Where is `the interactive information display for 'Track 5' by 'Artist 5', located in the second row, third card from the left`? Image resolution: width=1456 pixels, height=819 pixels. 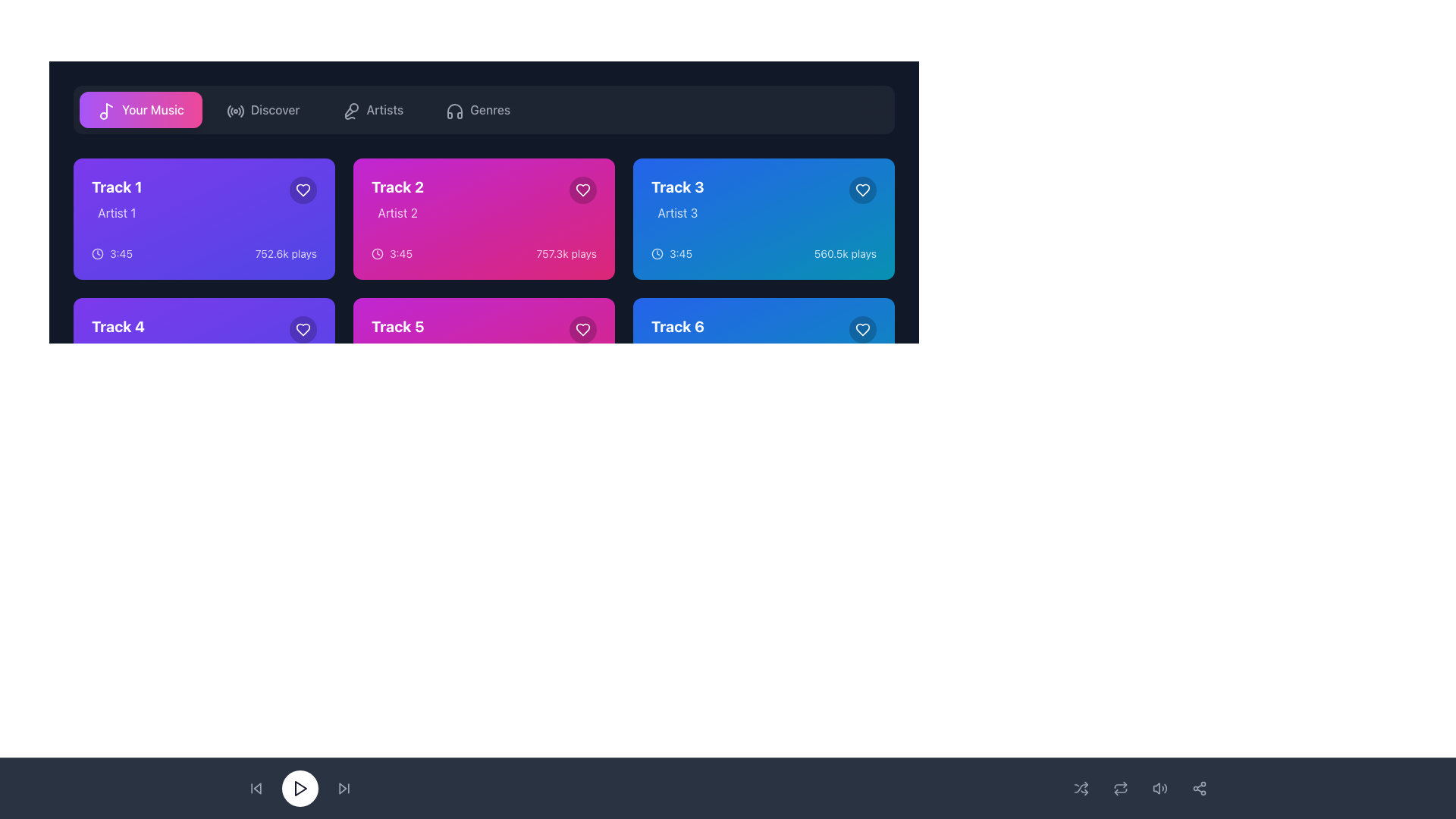
the interactive information display for 'Track 5' by 'Artist 5', located in the second row, third card from the left is located at coordinates (483, 338).